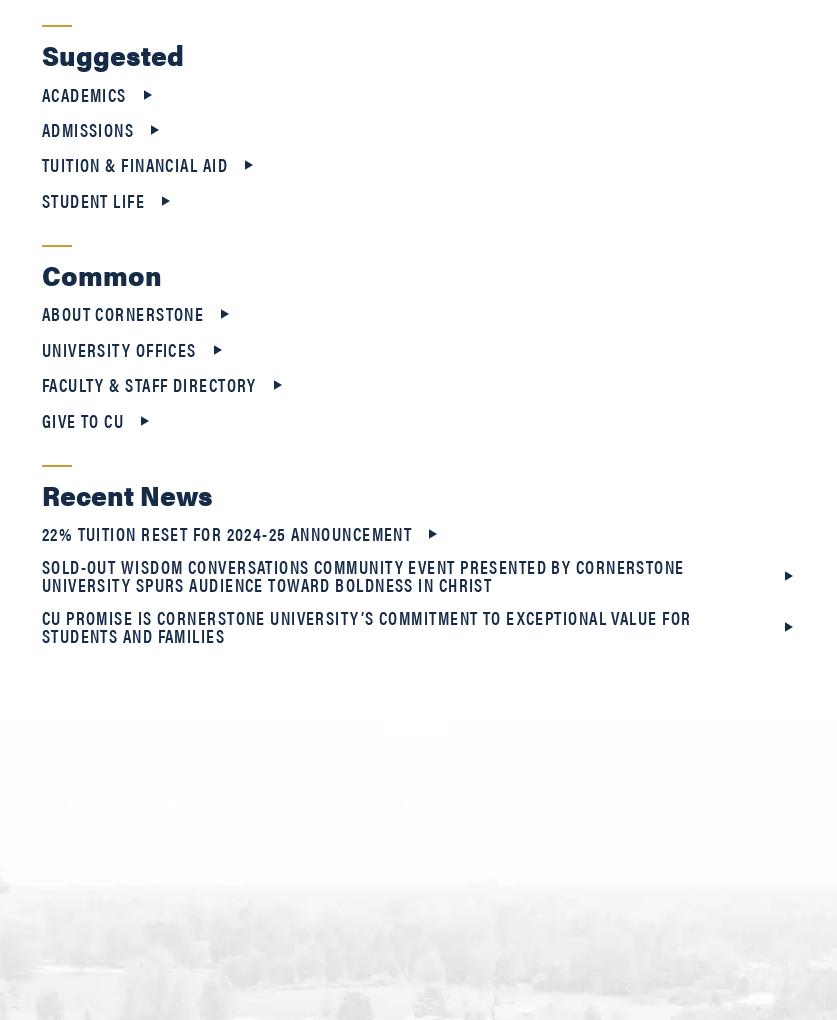 The height and width of the screenshot is (1020, 837). What do you see at coordinates (118, 347) in the screenshot?
I see `'University Offices'` at bounding box center [118, 347].